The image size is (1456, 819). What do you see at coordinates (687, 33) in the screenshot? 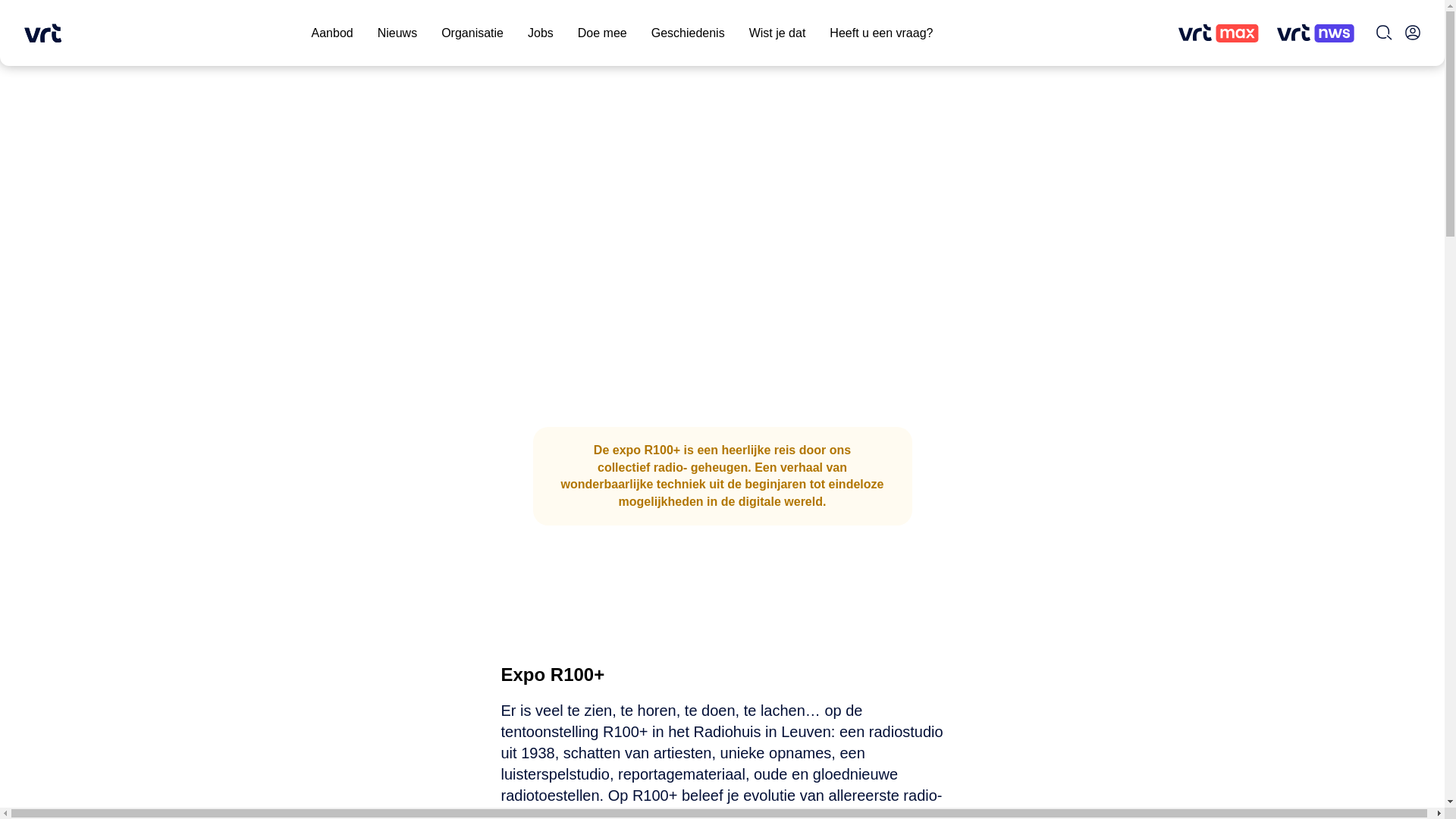
I see `'Geschiedenis'` at bounding box center [687, 33].